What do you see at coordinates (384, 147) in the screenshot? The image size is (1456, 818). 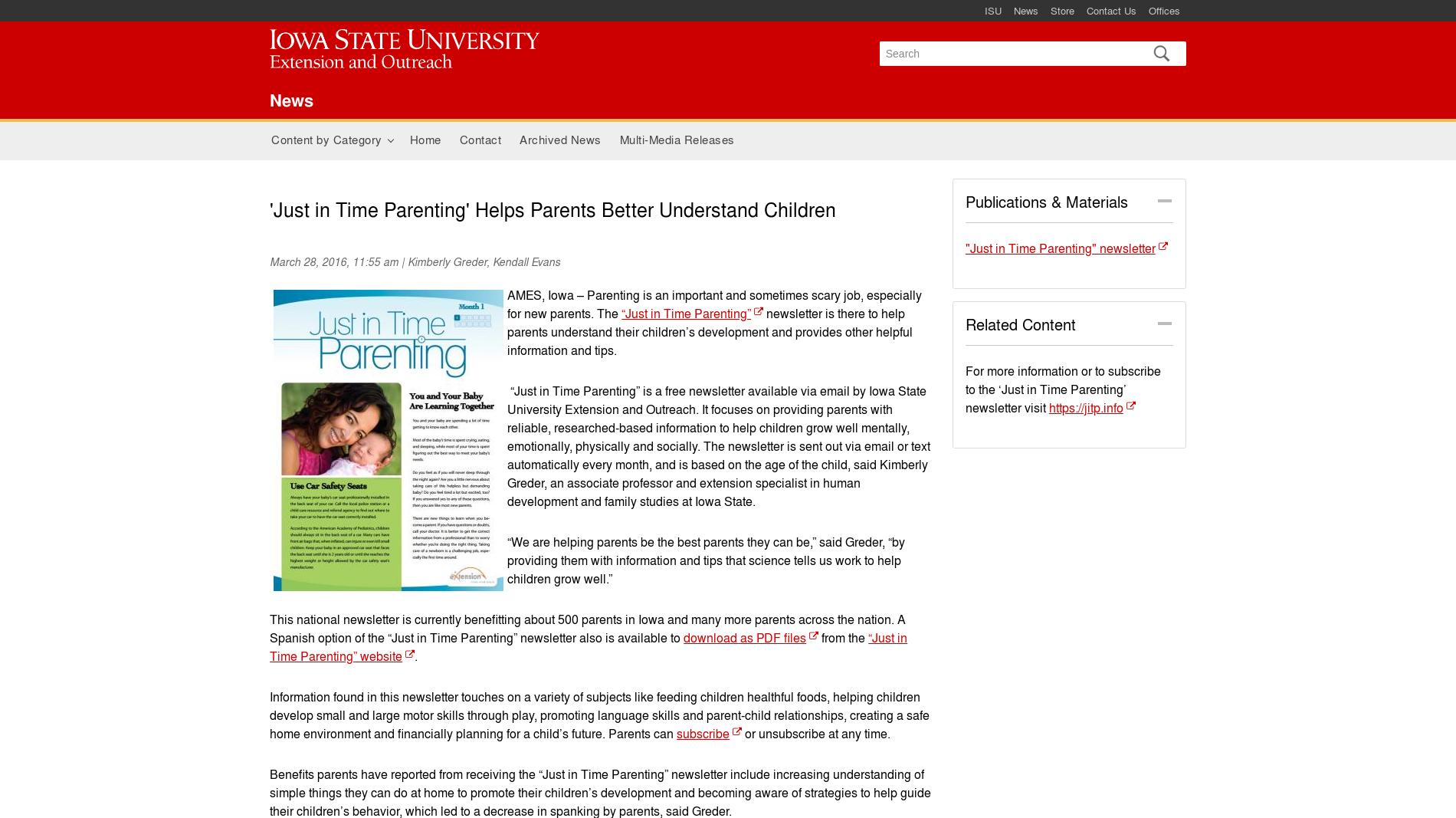 I see `'+'` at bounding box center [384, 147].